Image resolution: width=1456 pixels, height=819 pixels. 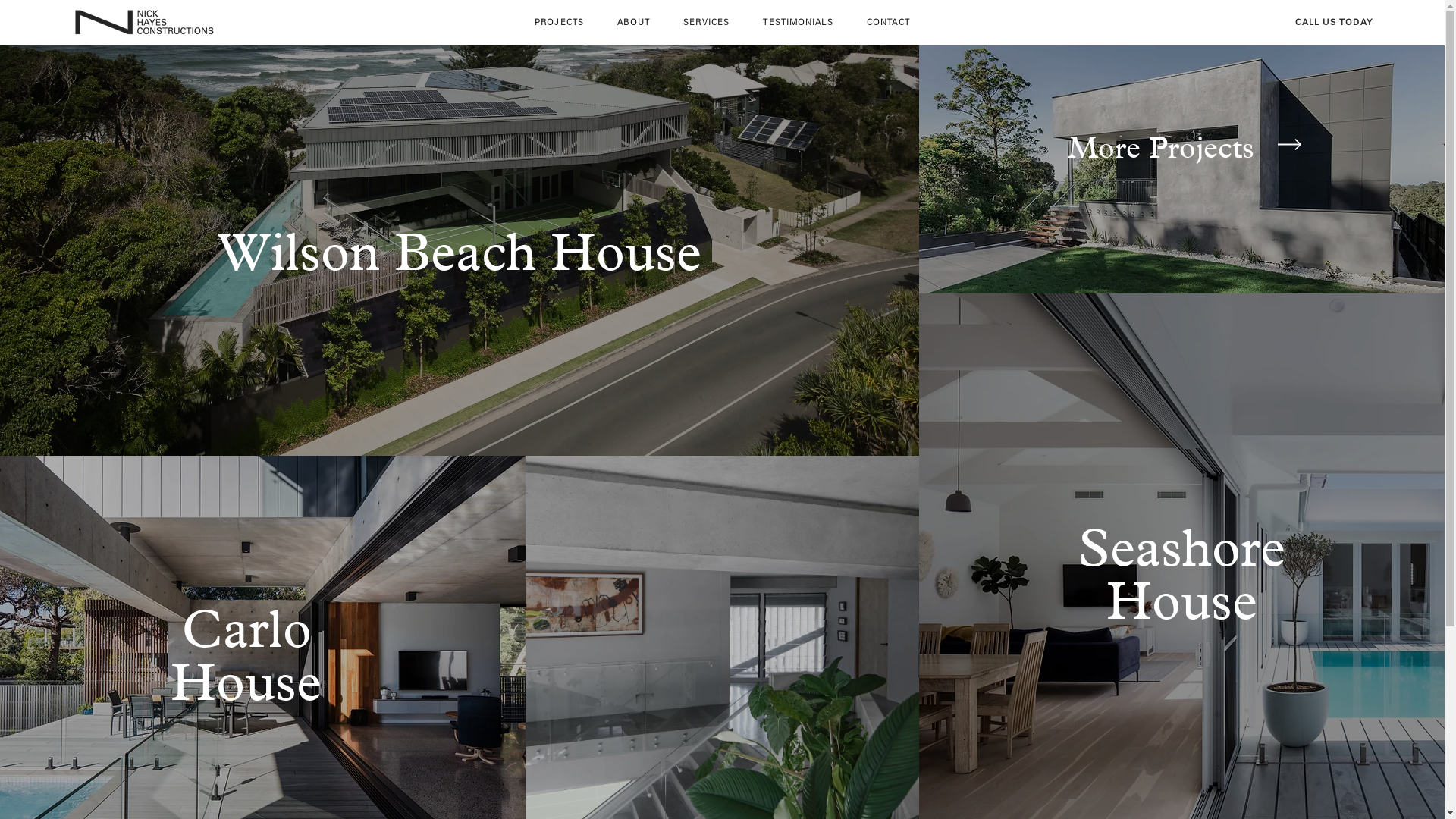 I want to click on 'ABOUT', so click(x=633, y=22).